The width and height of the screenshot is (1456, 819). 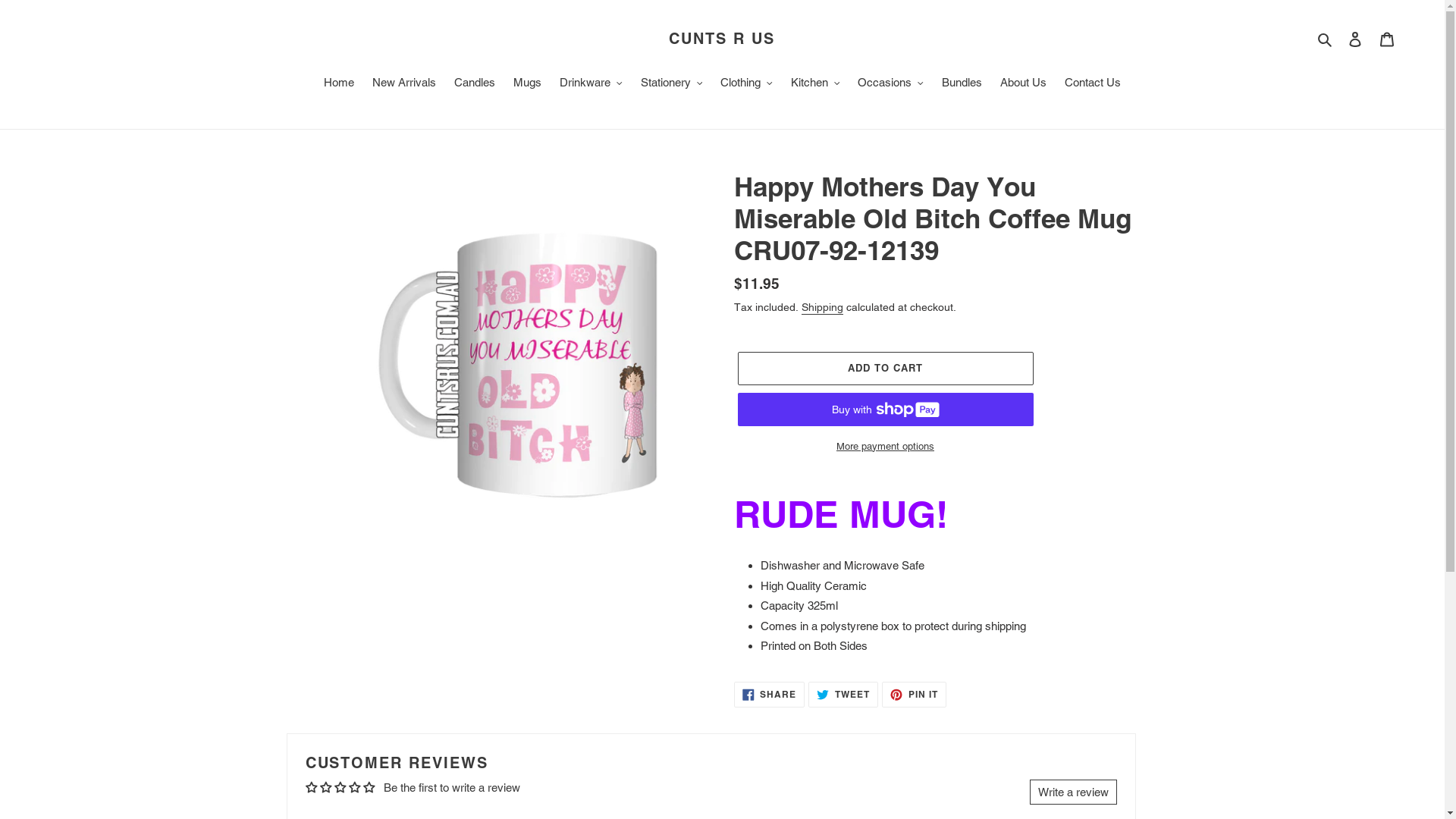 I want to click on 'Shipping', so click(x=821, y=307).